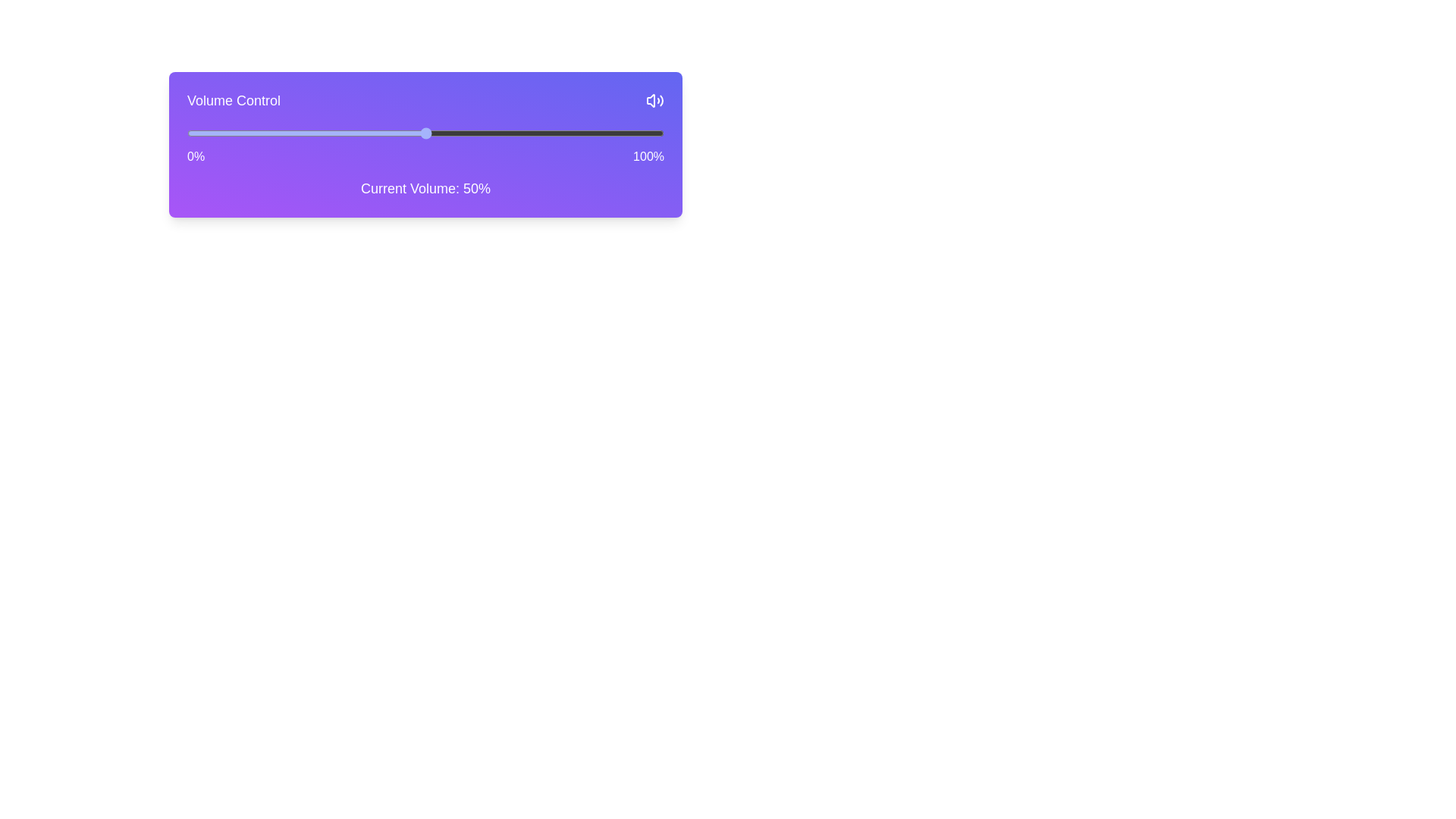 This screenshot has height=819, width=1456. Describe the element at coordinates (655, 100) in the screenshot. I see `the SVG Icon representing the volume control` at that location.